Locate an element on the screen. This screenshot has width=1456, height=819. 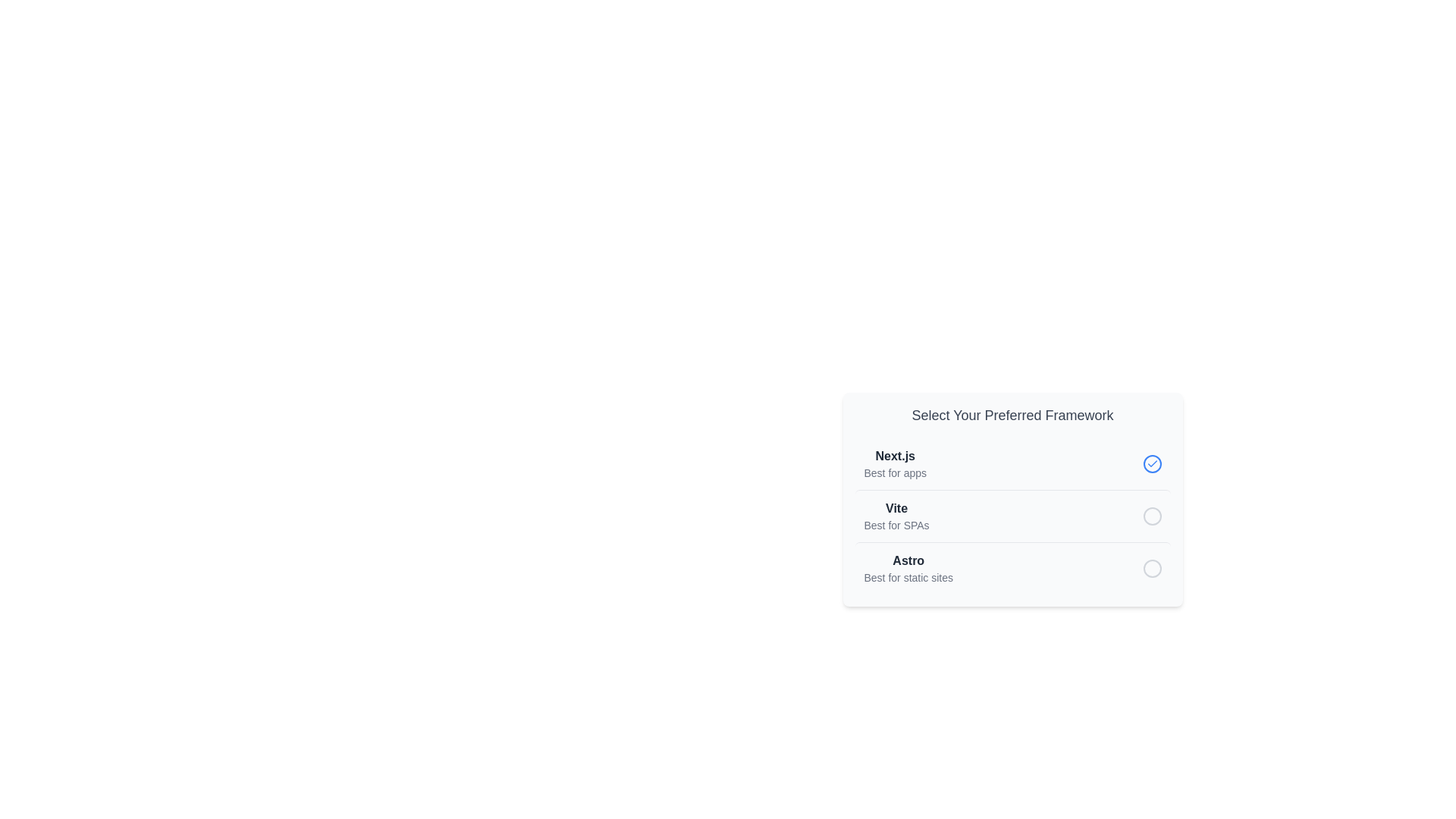
the text label representing the Next.js framework option in the selection list is located at coordinates (895, 455).